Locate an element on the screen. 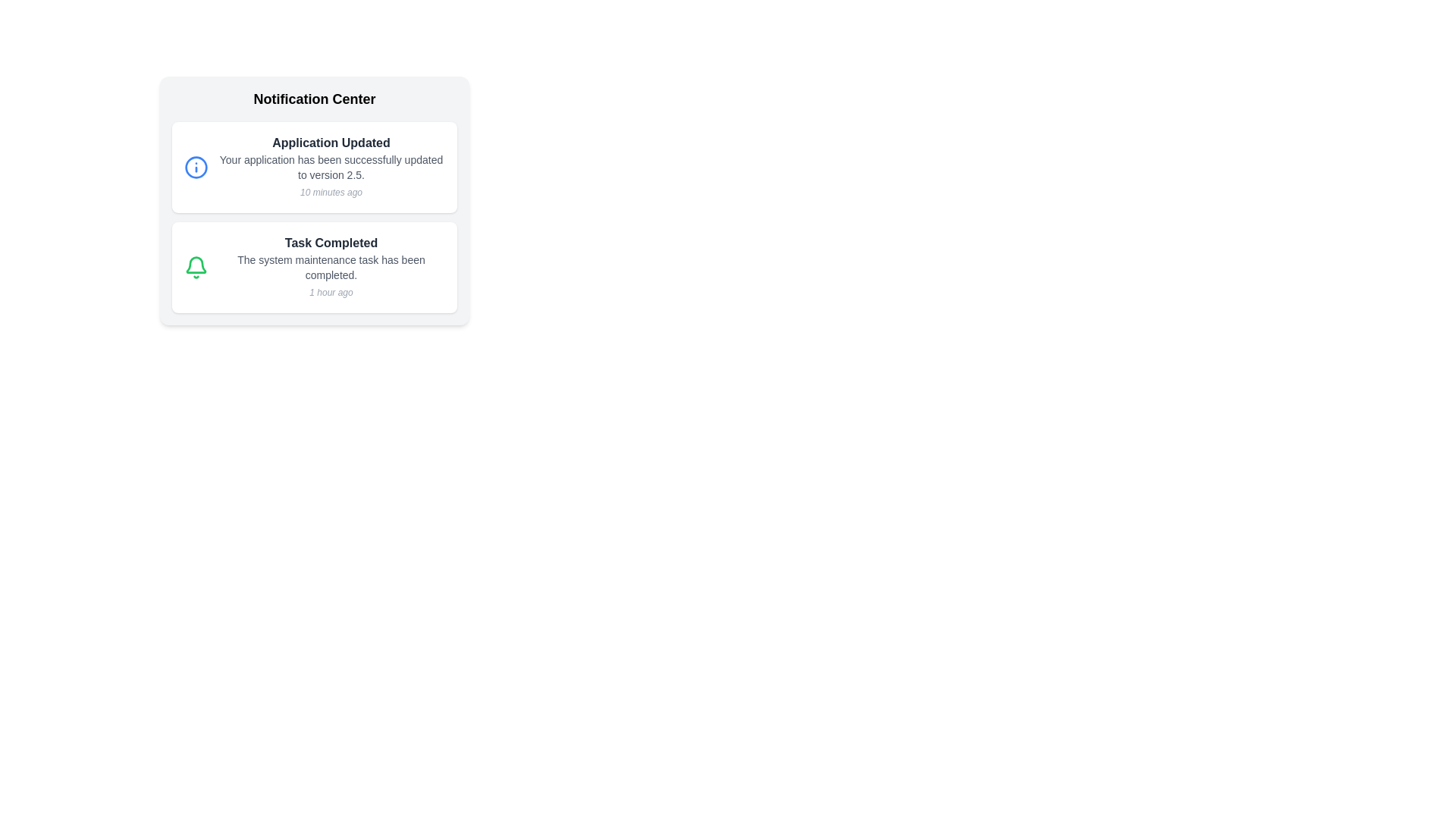 The image size is (1456, 819). the text content element that provides additional information related to the 'Application Updated' notification, positioned between the bold title and the italicized timestamp is located at coordinates (330, 167).